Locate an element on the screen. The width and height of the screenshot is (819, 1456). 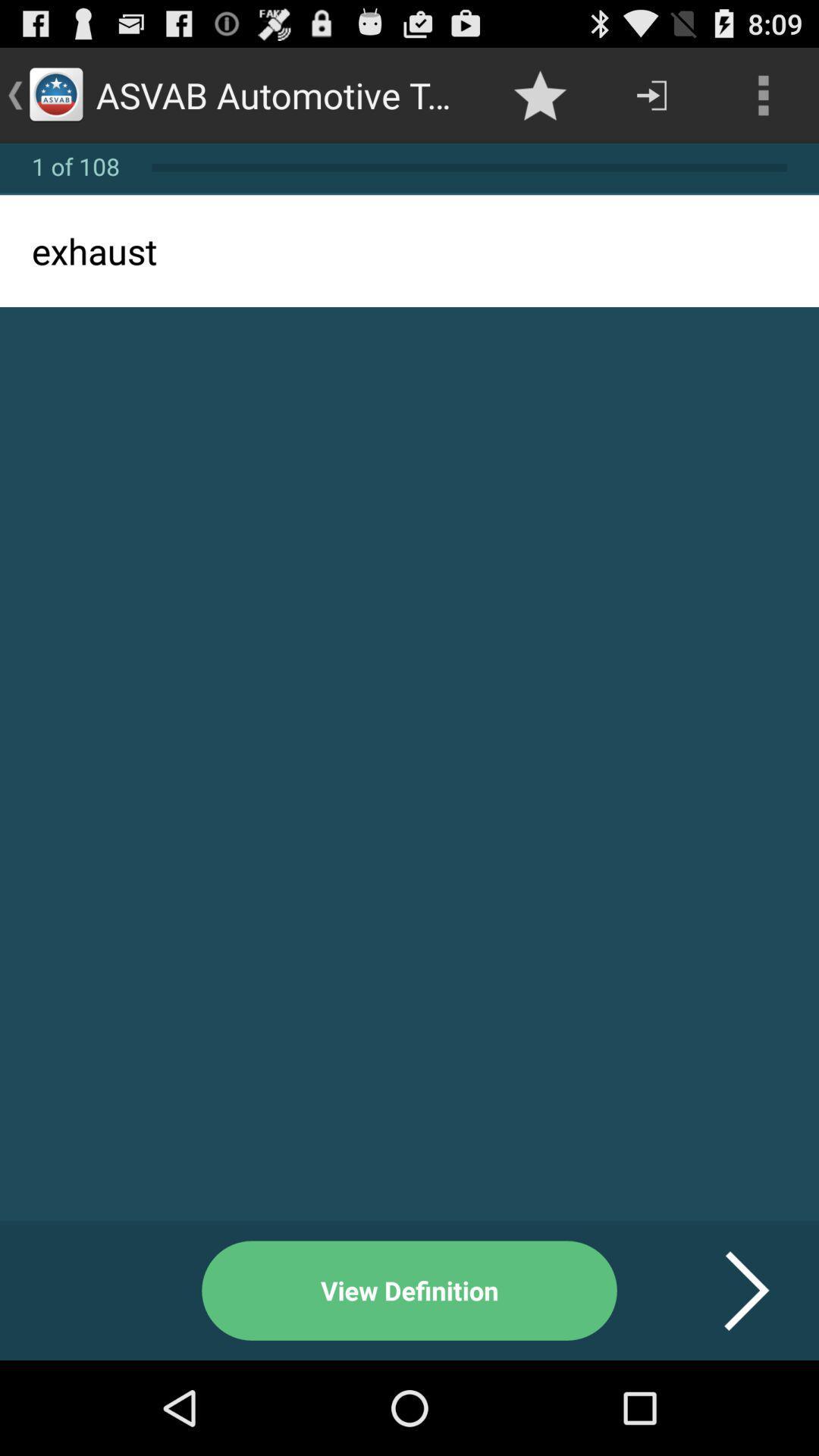
the button at the bottom is located at coordinates (409, 1290).